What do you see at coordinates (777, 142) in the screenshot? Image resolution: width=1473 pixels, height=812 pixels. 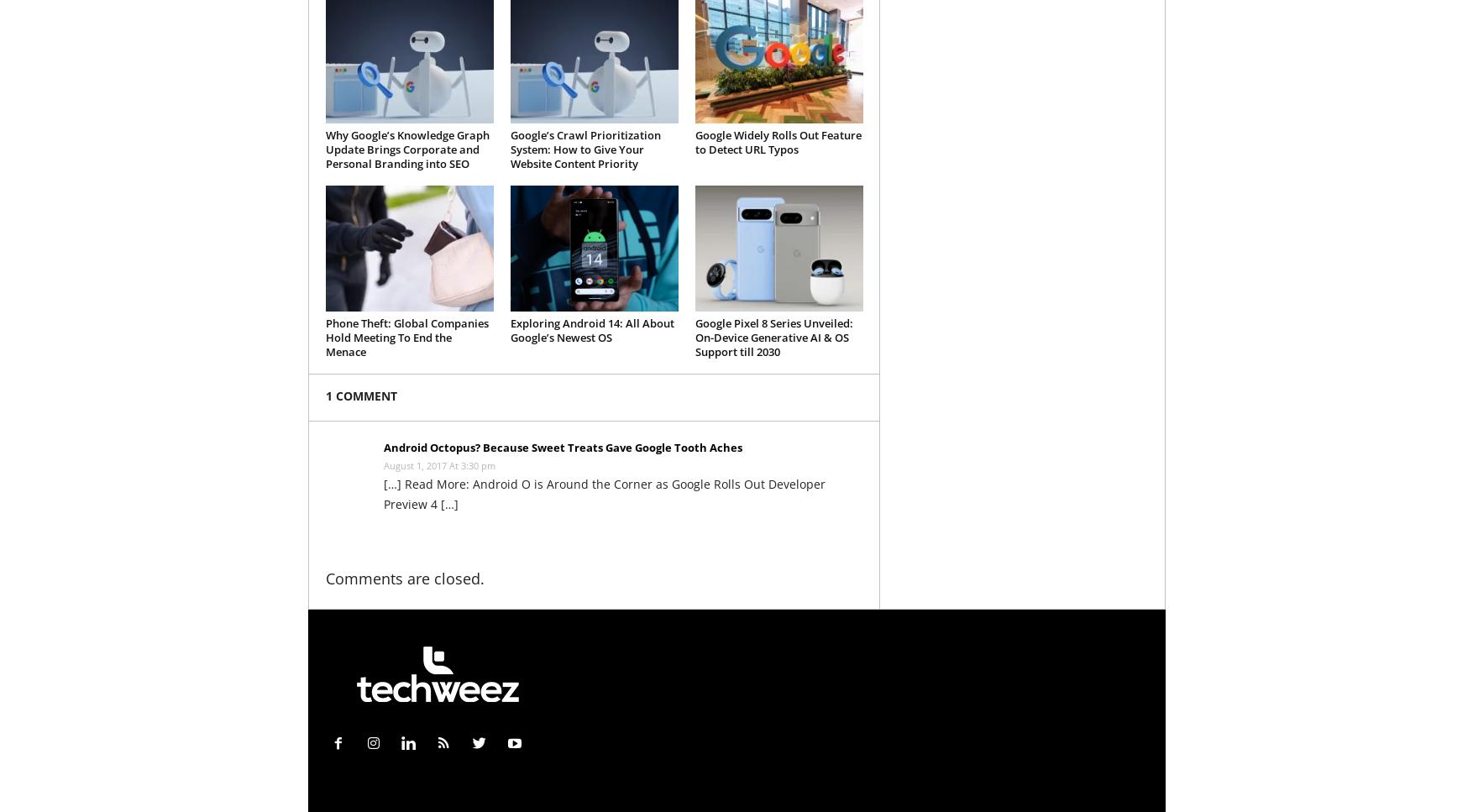 I see `'Google Widely Rolls Out Feature to Detect URL Typos'` at bounding box center [777, 142].